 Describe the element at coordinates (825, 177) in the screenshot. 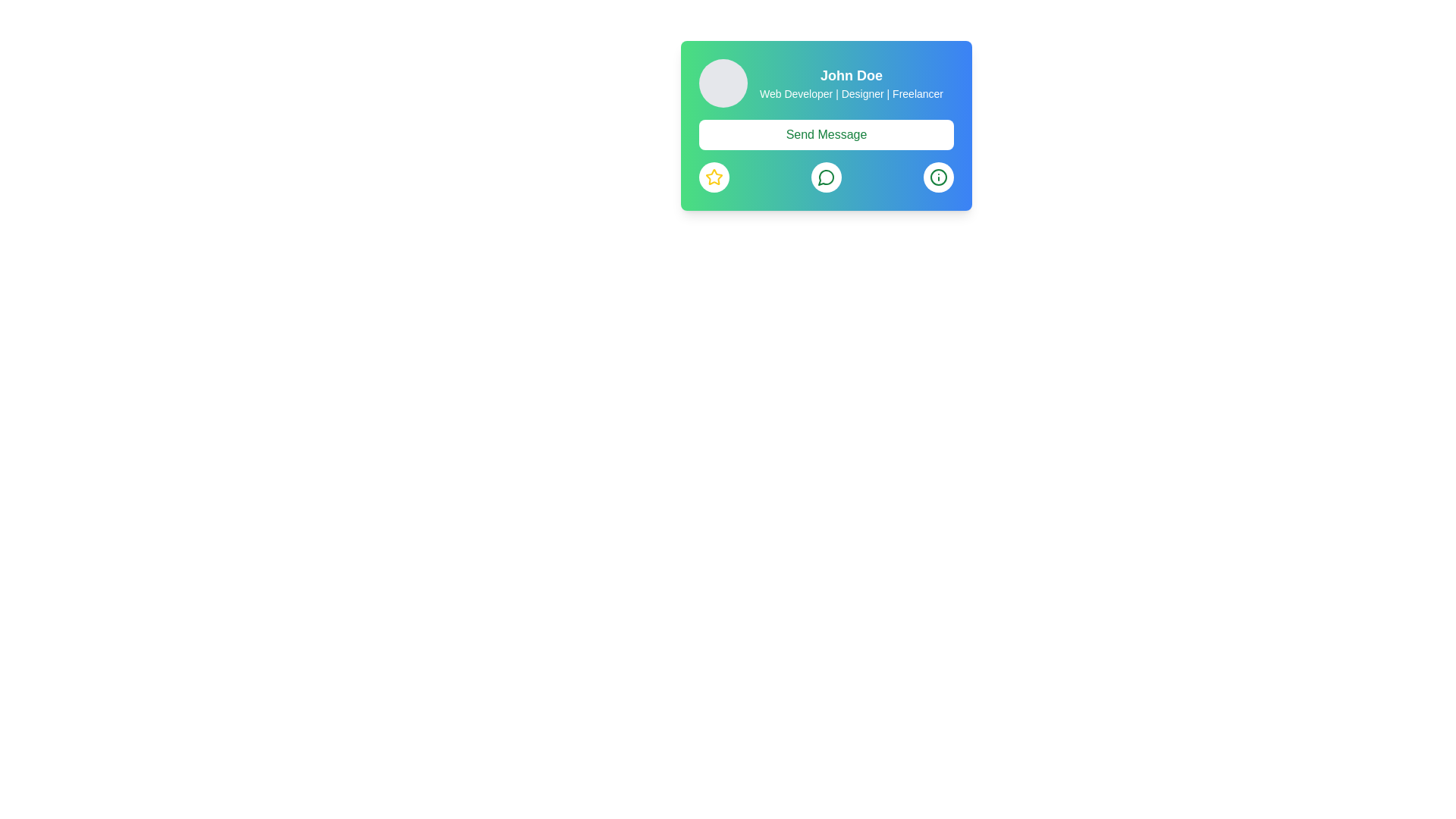

I see `the second circular button with a green speech bubble icon located beneath the 'Send Message' button` at that location.